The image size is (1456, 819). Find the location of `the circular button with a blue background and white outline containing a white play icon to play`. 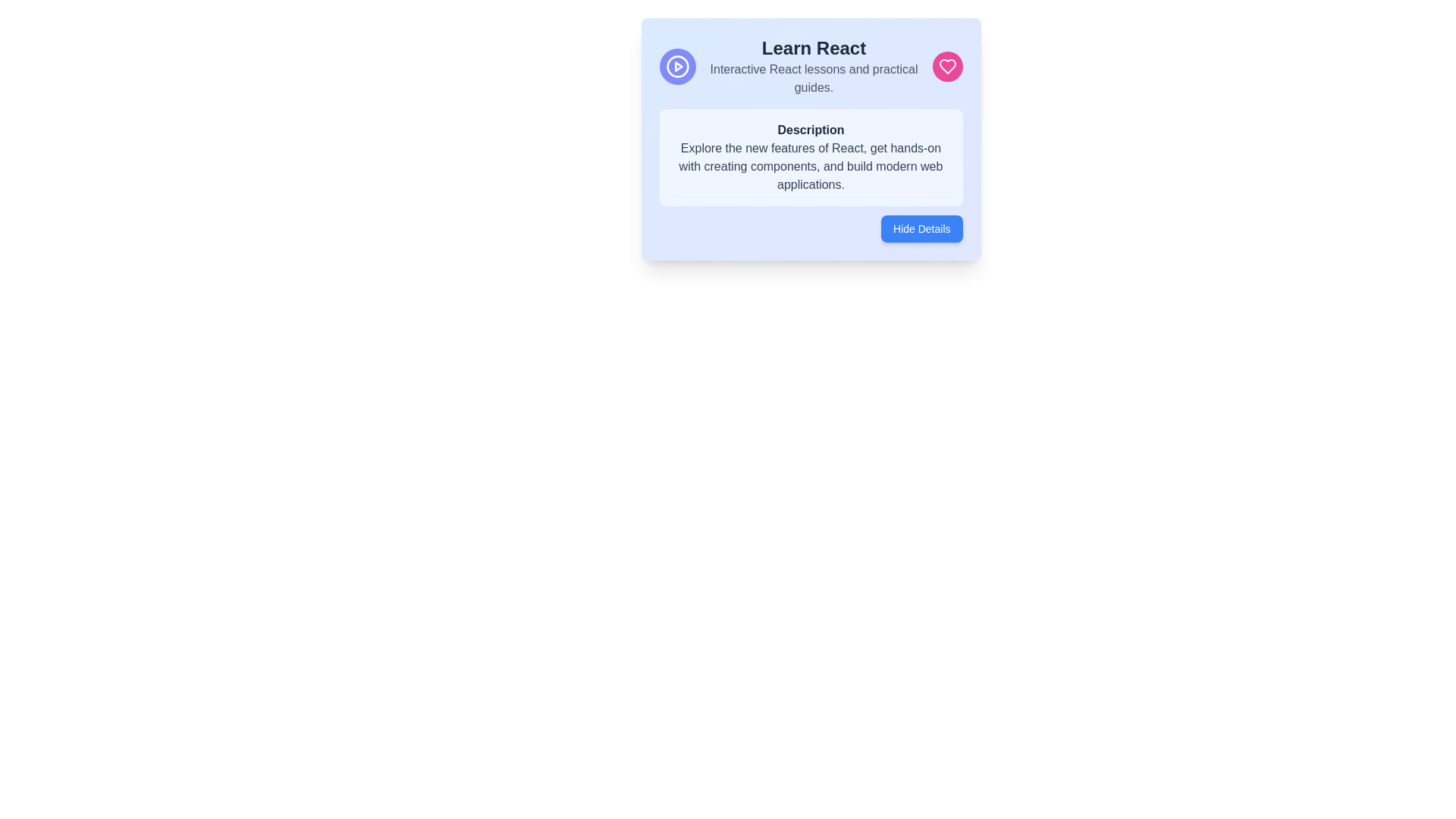

the circular button with a blue background and white outline containing a white play icon to play is located at coordinates (676, 66).